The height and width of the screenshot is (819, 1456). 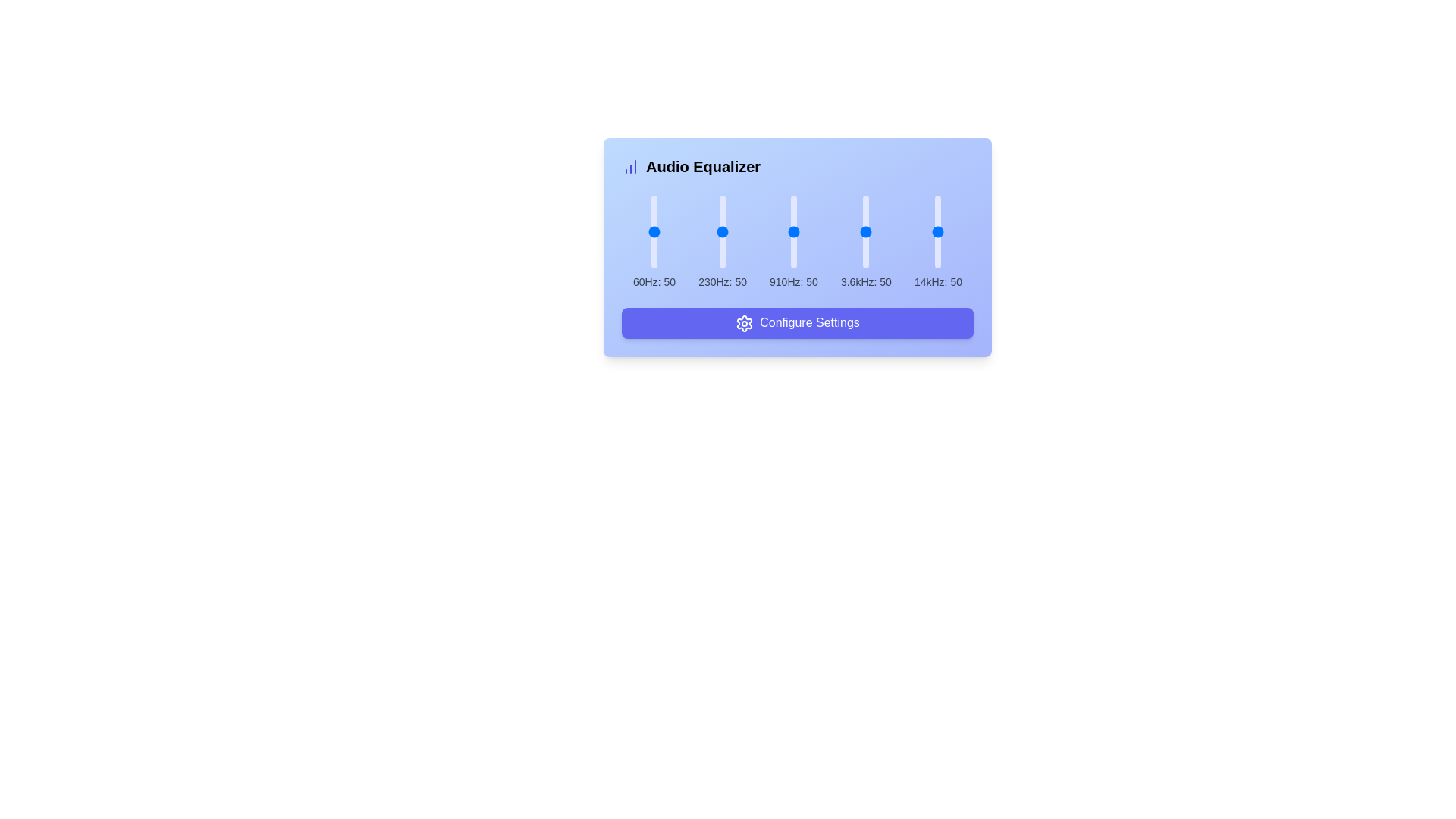 I want to click on information displayed on the text label indicating the frequency (3.6kHz) and its value (50) for the equalizer setting, which is positioned below the vertical slider for the 3.6kHz frequency in the audio equalizer interface, so click(x=866, y=281).